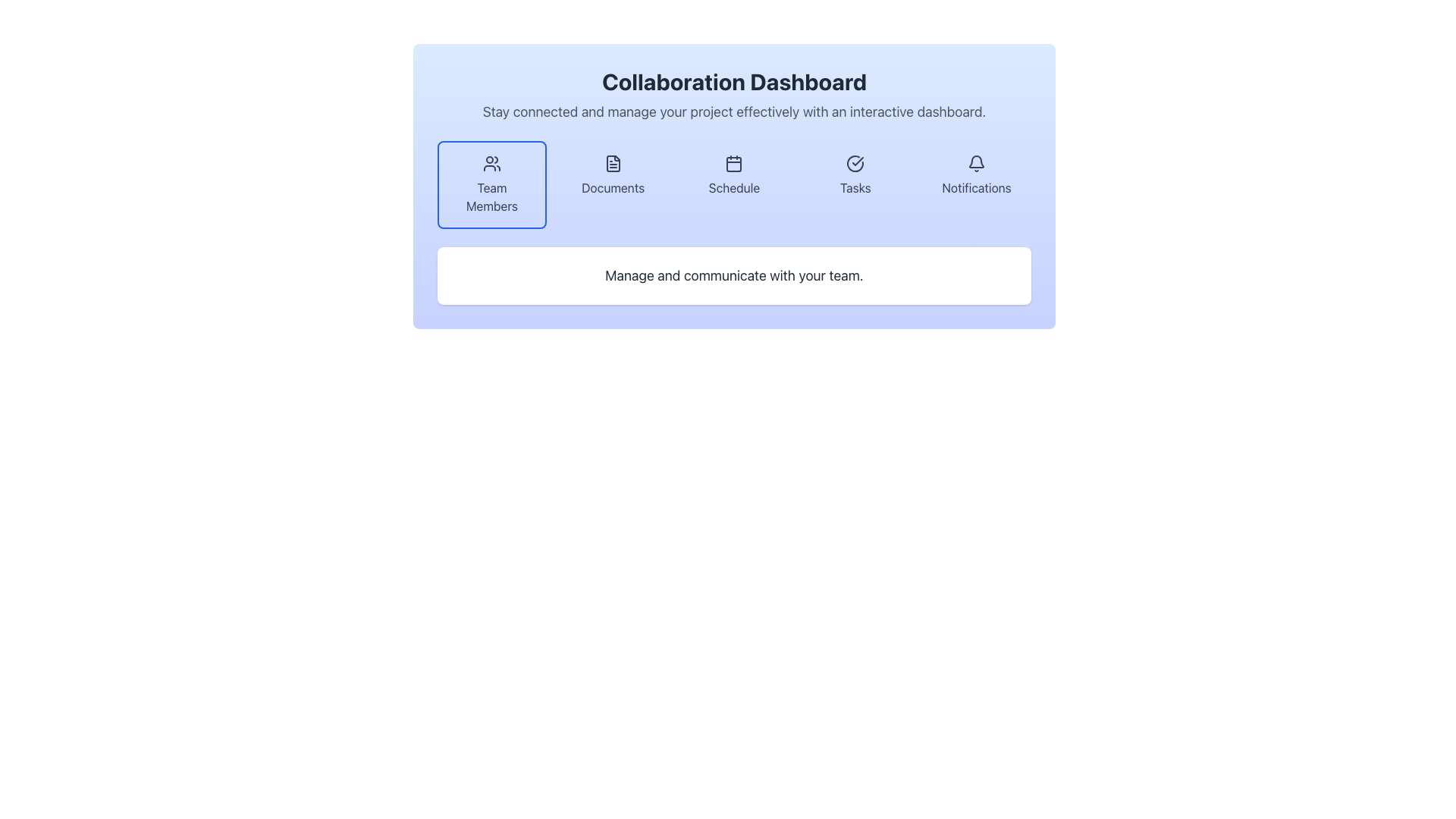 Image resolution: width=1456 pixels, height=819 pixels. Describe the element at coordinates (491, 164) in the screenshot. I see `the 'Team Members' icon in the Collaboration Dashboard` at that location.